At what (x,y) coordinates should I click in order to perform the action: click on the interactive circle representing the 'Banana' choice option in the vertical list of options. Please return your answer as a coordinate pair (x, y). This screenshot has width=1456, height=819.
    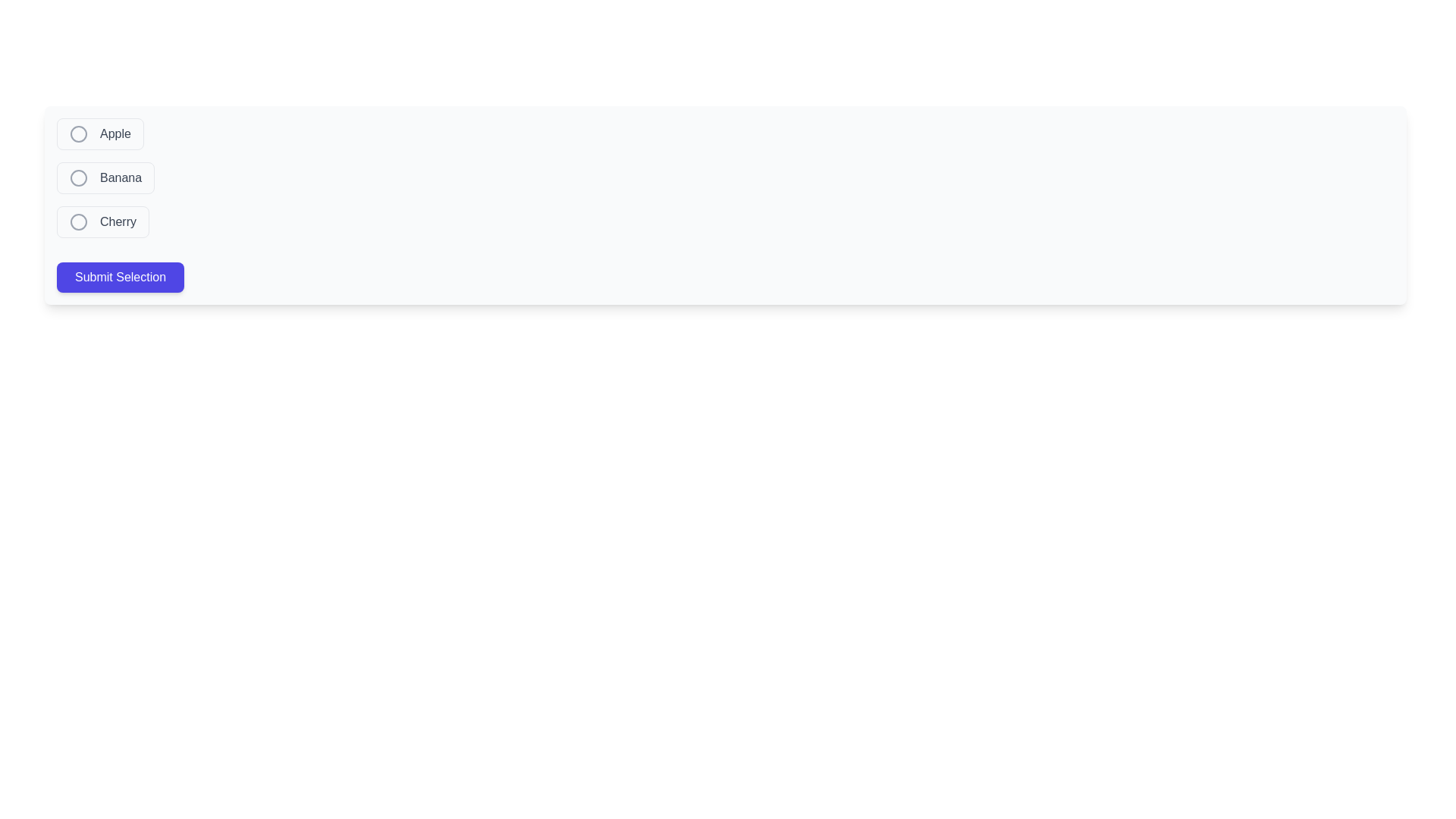
    Looking at the image, I should click on (78, 177).